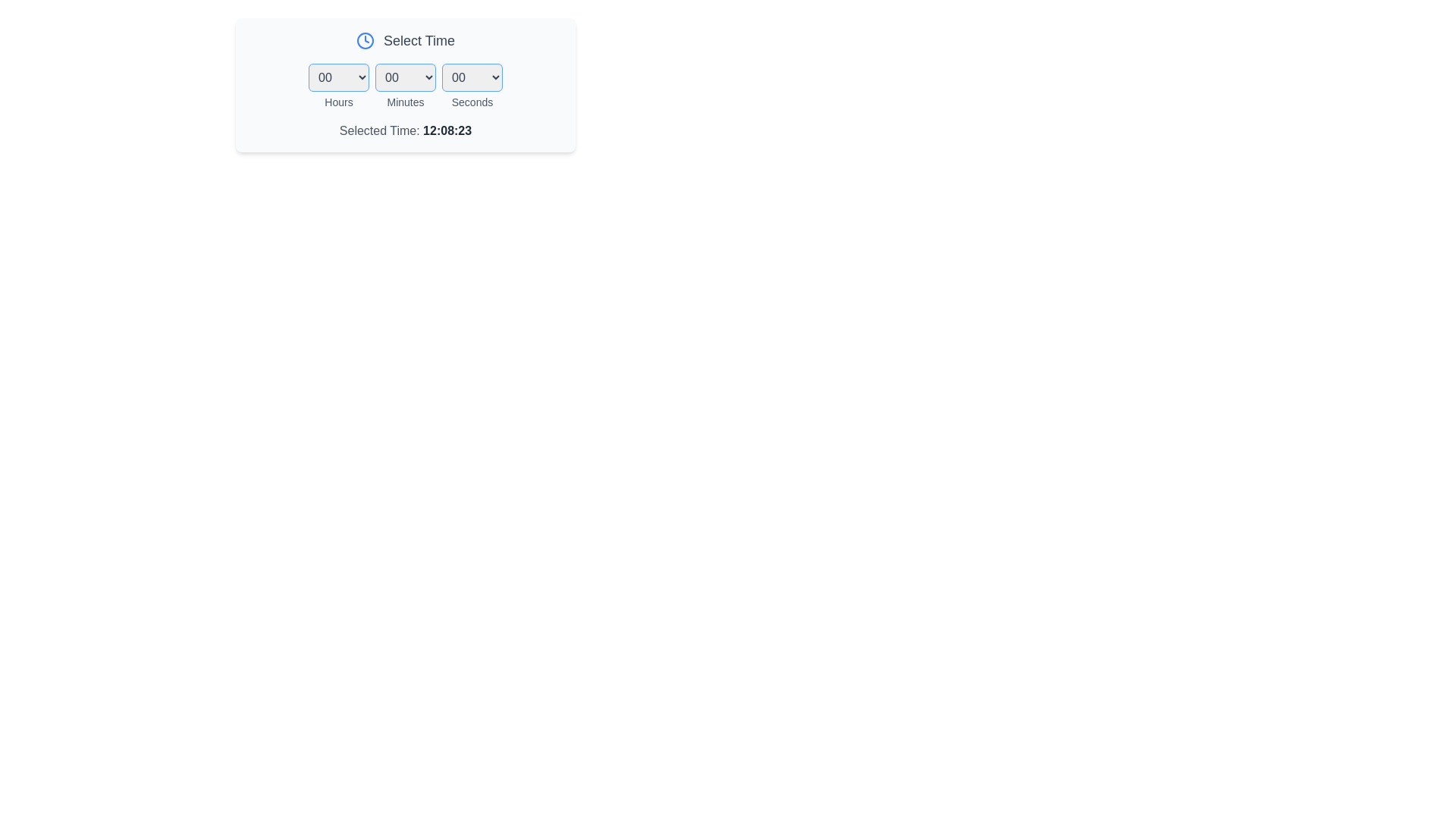  I want to click on a value from the dropdown menu displaying '00', which is the second dropdown box under the 'Minutes' label, so click(405, 86).